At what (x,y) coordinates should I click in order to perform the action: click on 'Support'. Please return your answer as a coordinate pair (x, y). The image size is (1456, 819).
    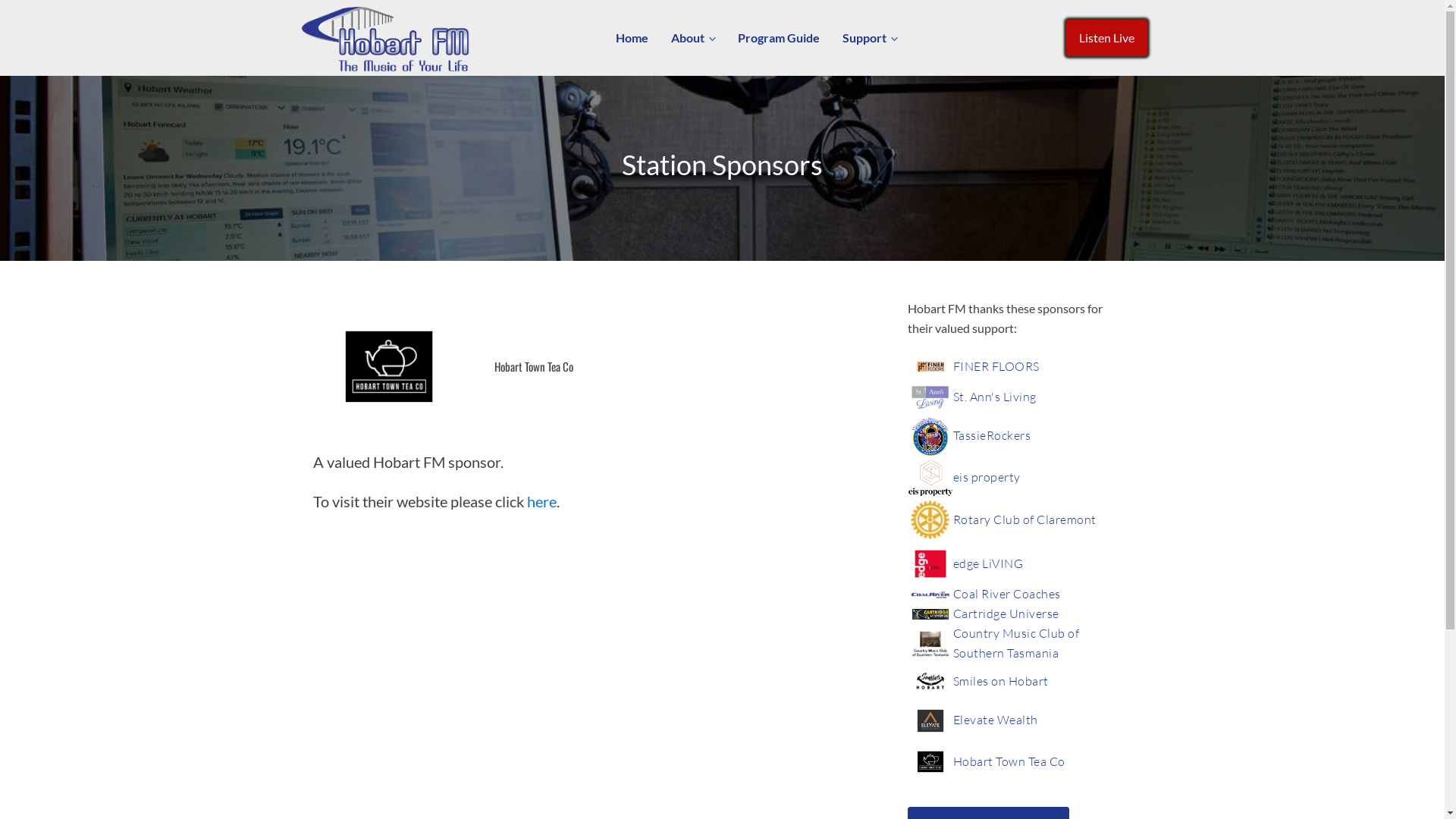
    Looking at the image, I should click on (870, 37).